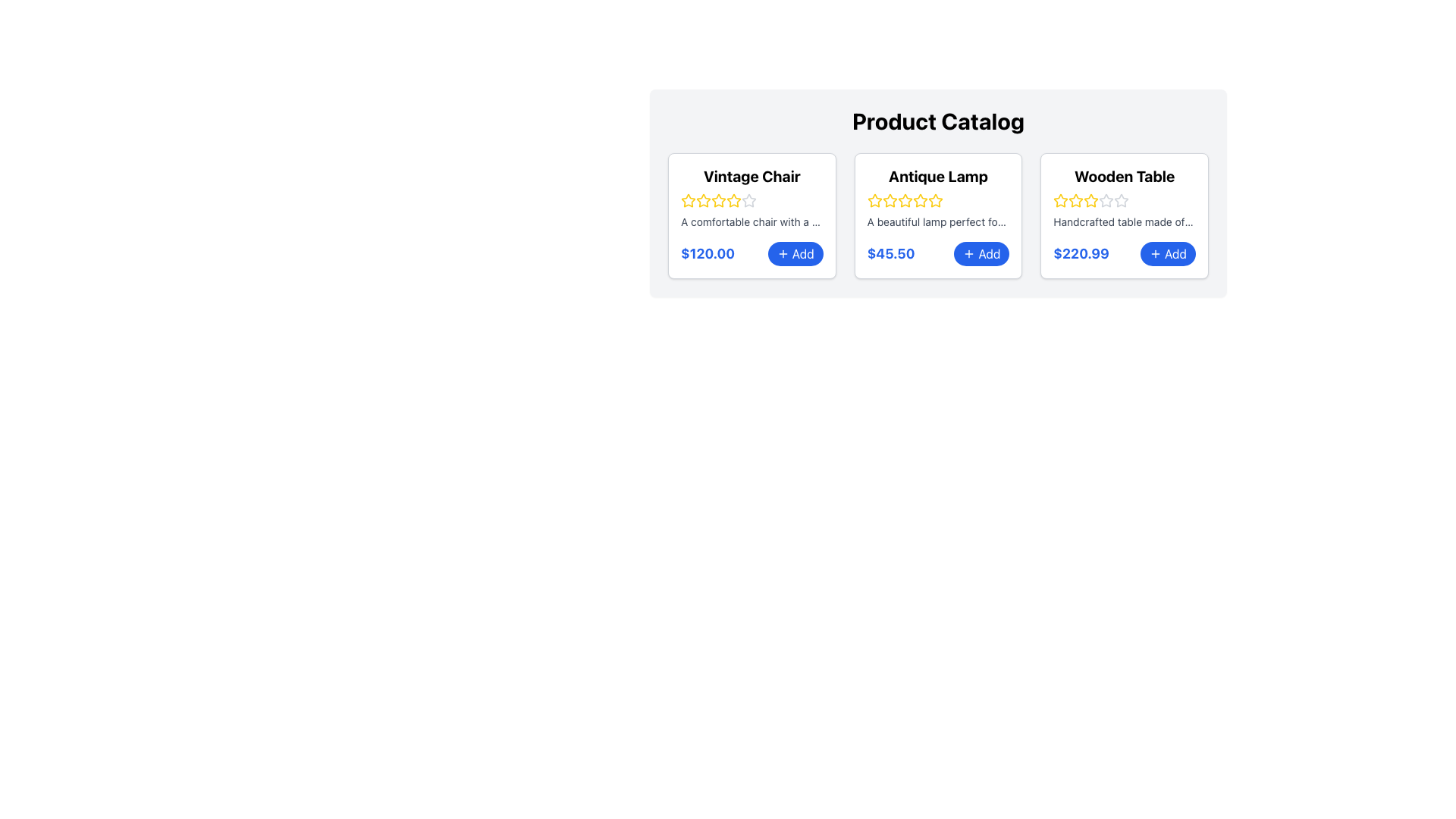 The width and height of the screenshot is (1456, 819). What do you see at coordinates (1125, 253) in the screenshot?
I see `the 'Add to Cart' button located at the bottom right corner of the 'Wooden Table' item card, which is the third card in a horizontal arrangement of similar item cards` at bounding box center [1125, 253].